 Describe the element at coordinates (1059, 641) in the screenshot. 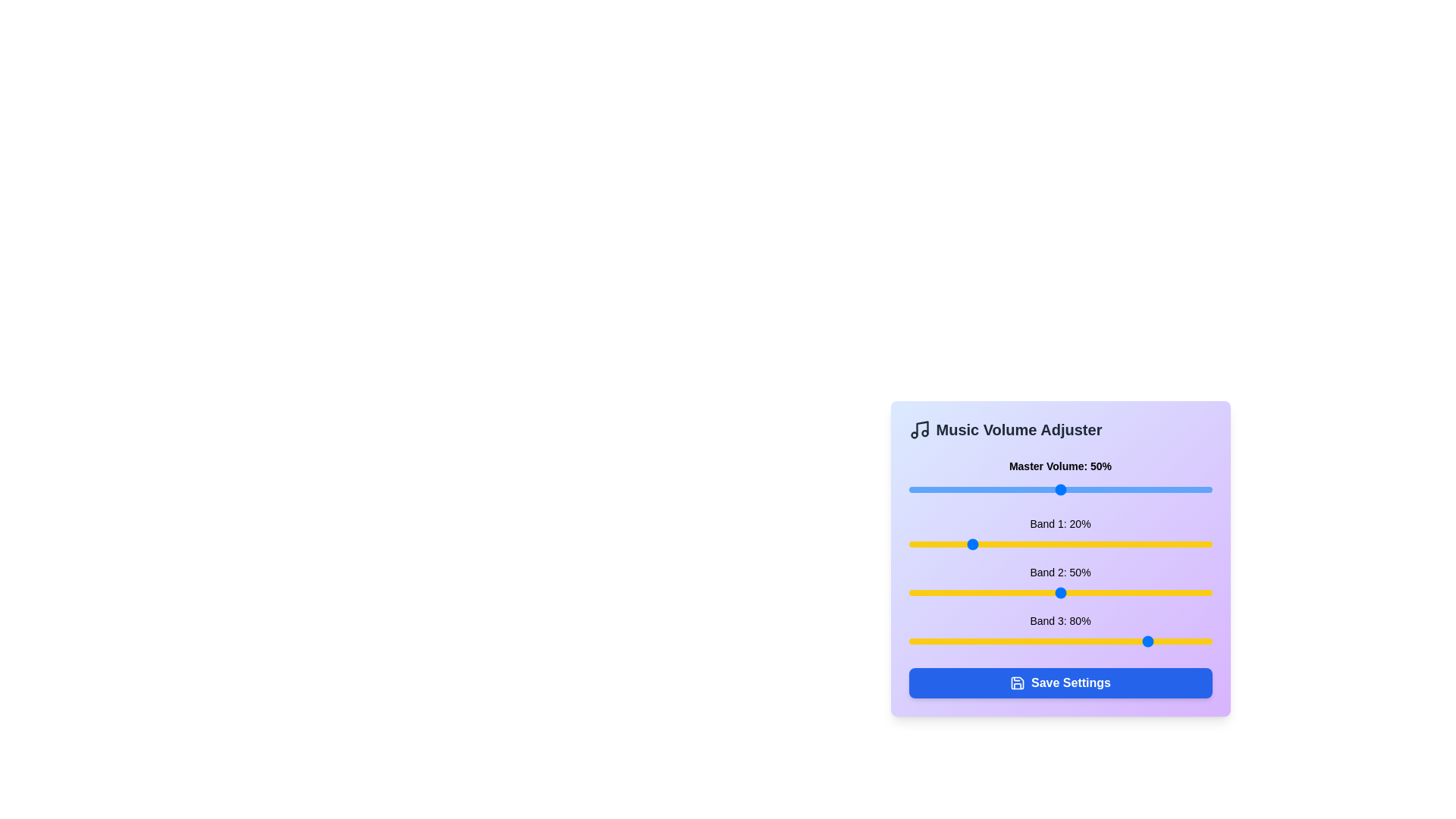

I see `the slider track for Band 3 to set a new volume value` at that location.